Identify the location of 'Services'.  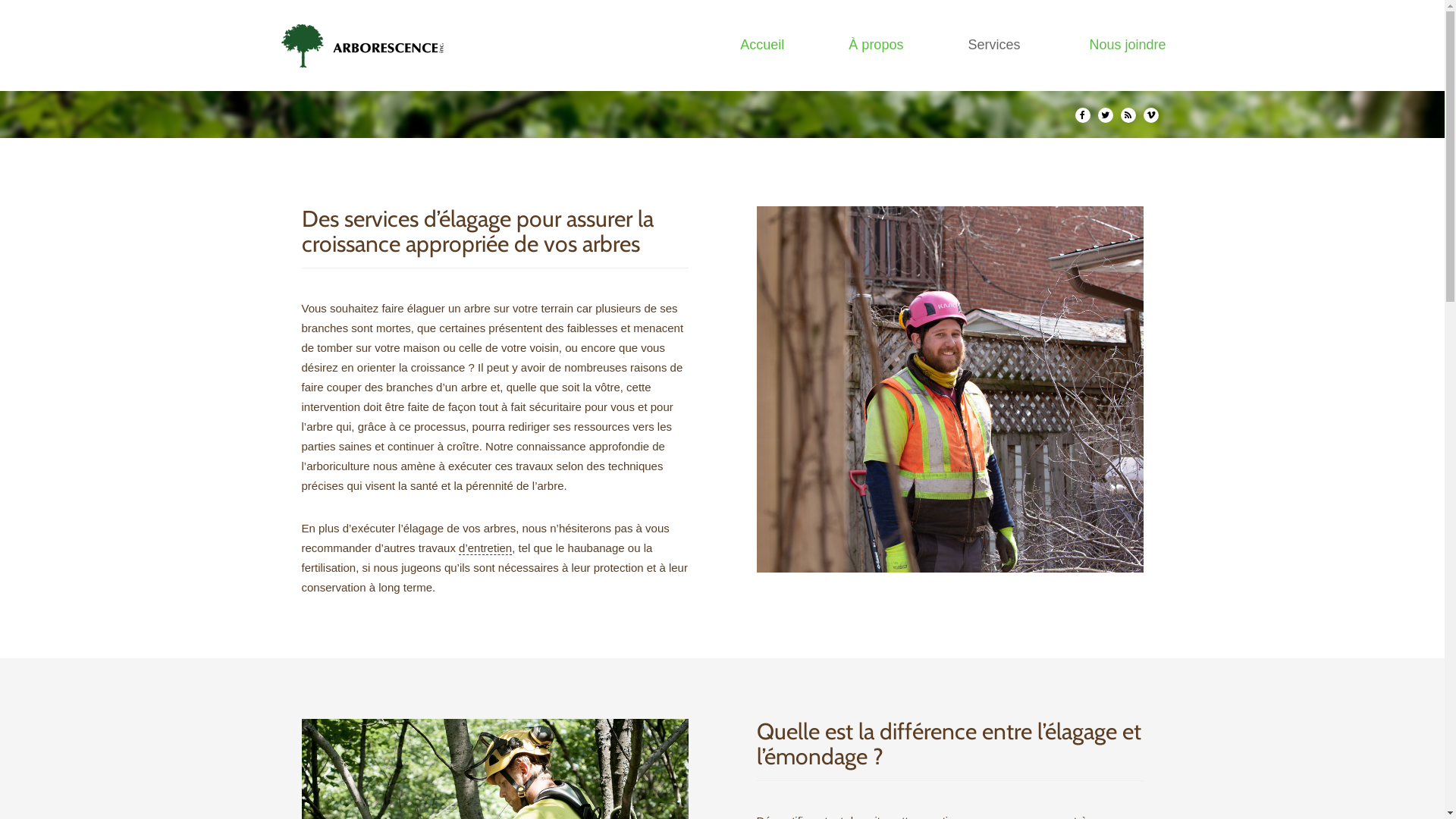
(996, 44).